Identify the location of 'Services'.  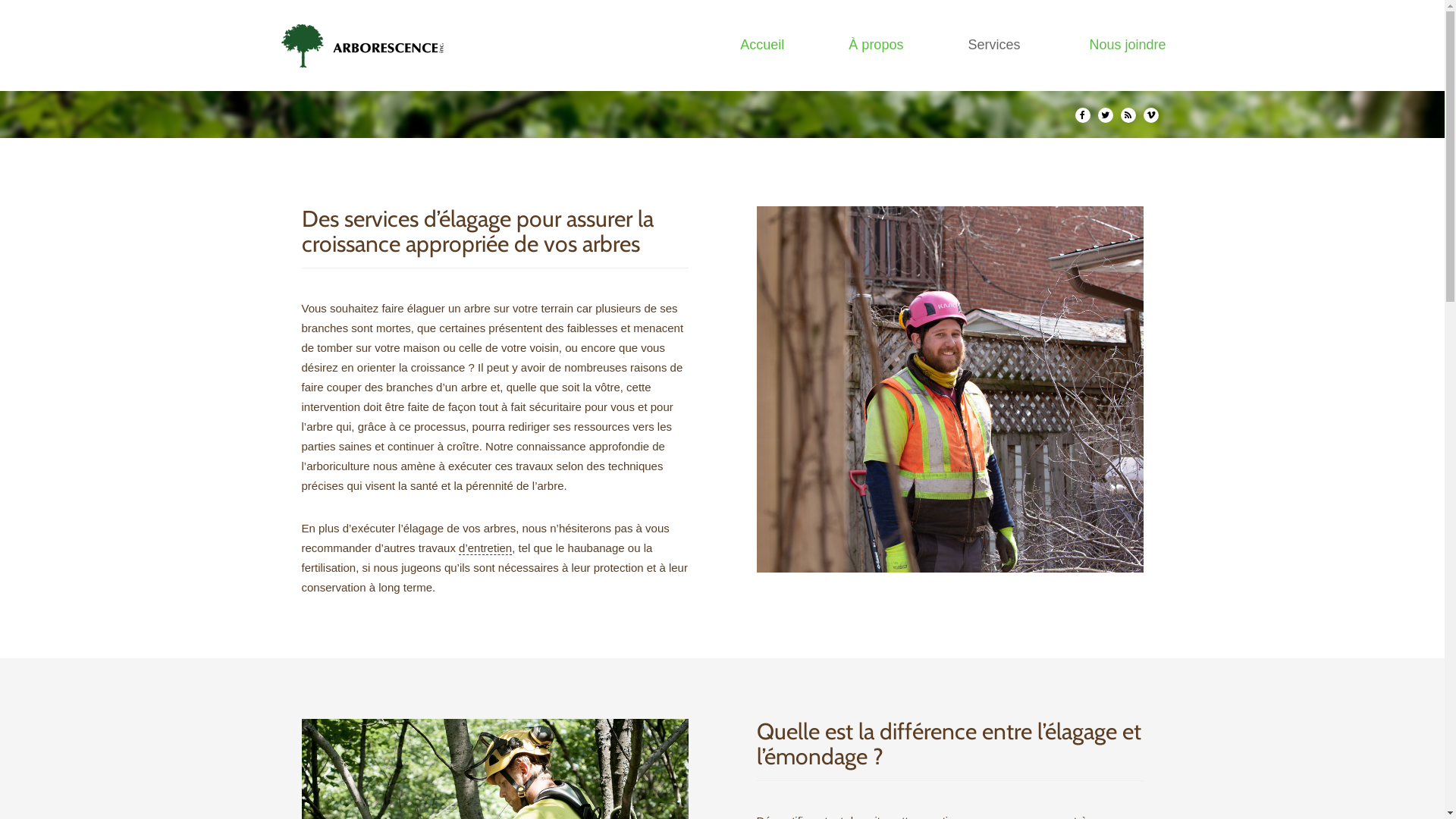
(996, 44).